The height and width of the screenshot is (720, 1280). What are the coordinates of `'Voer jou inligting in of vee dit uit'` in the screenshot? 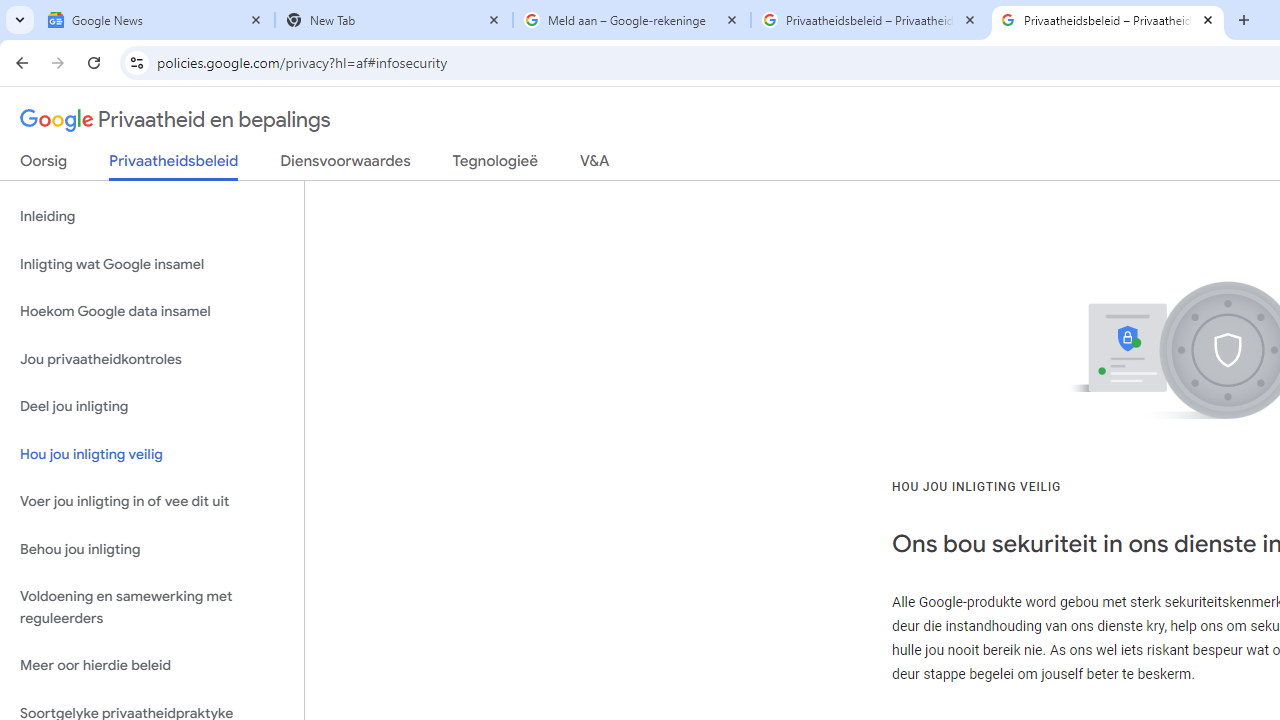 It's located at (151, 501).